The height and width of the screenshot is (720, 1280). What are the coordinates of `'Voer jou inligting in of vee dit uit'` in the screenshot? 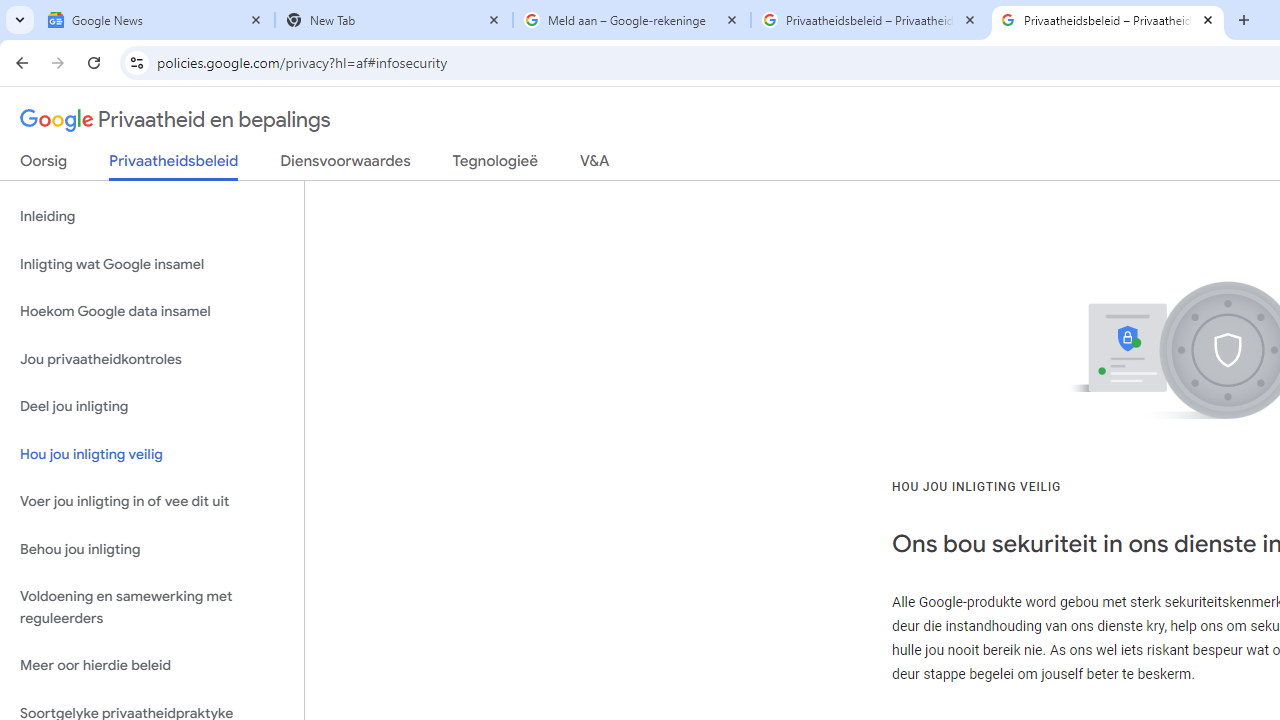 It's located at (151, 501).